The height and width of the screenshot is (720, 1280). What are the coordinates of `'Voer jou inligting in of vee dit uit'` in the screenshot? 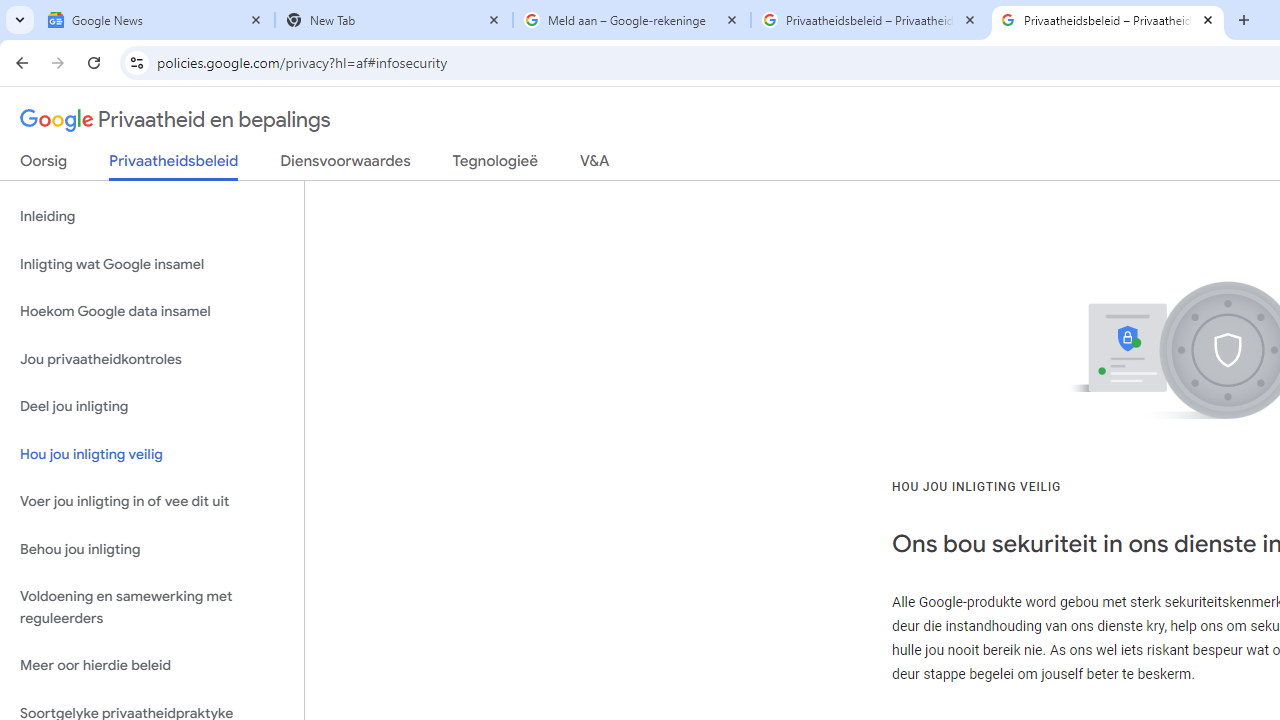 It's located at (151, 501).